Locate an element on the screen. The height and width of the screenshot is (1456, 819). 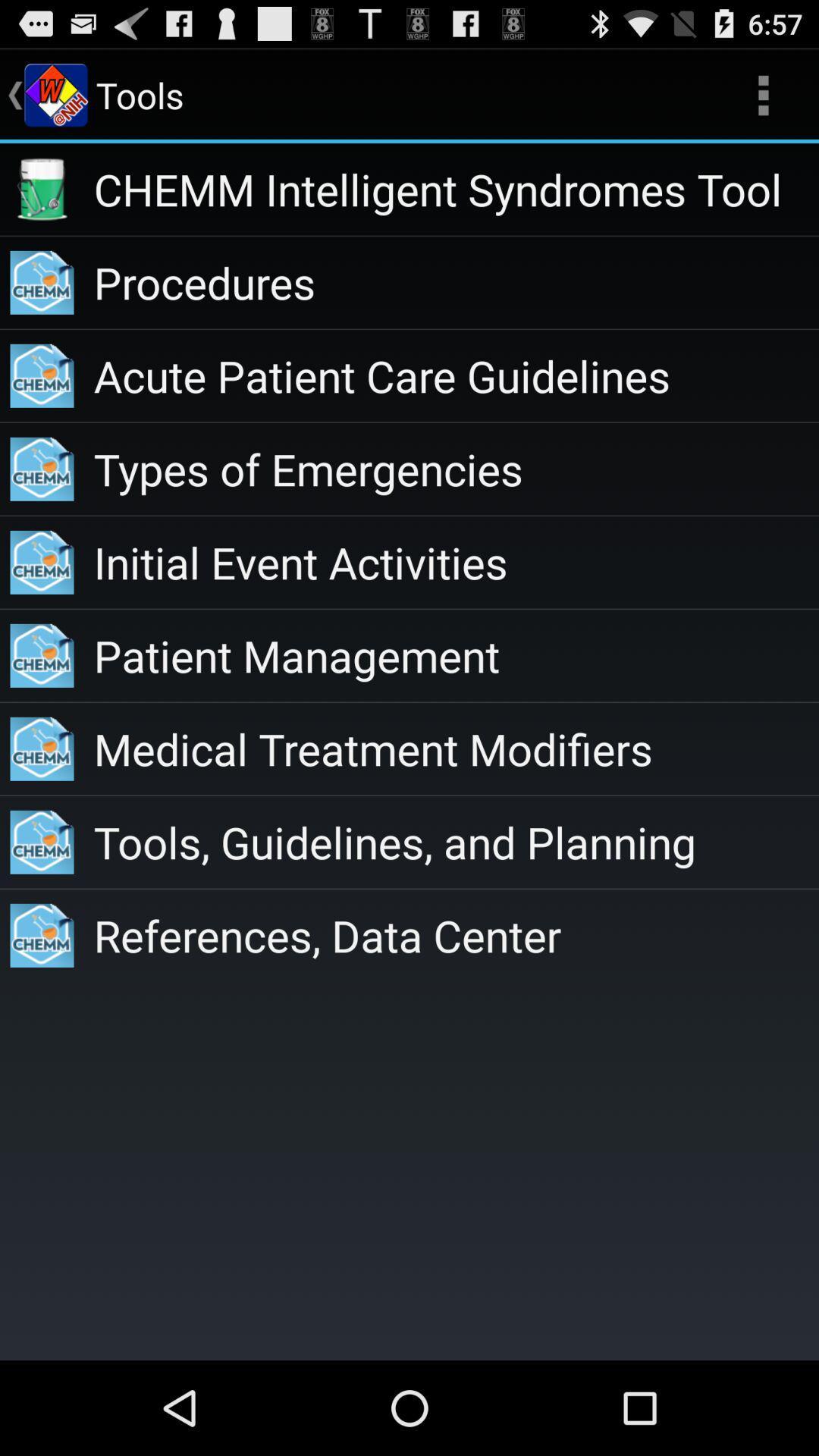
app above procedures is located at coordinates (455, 188).